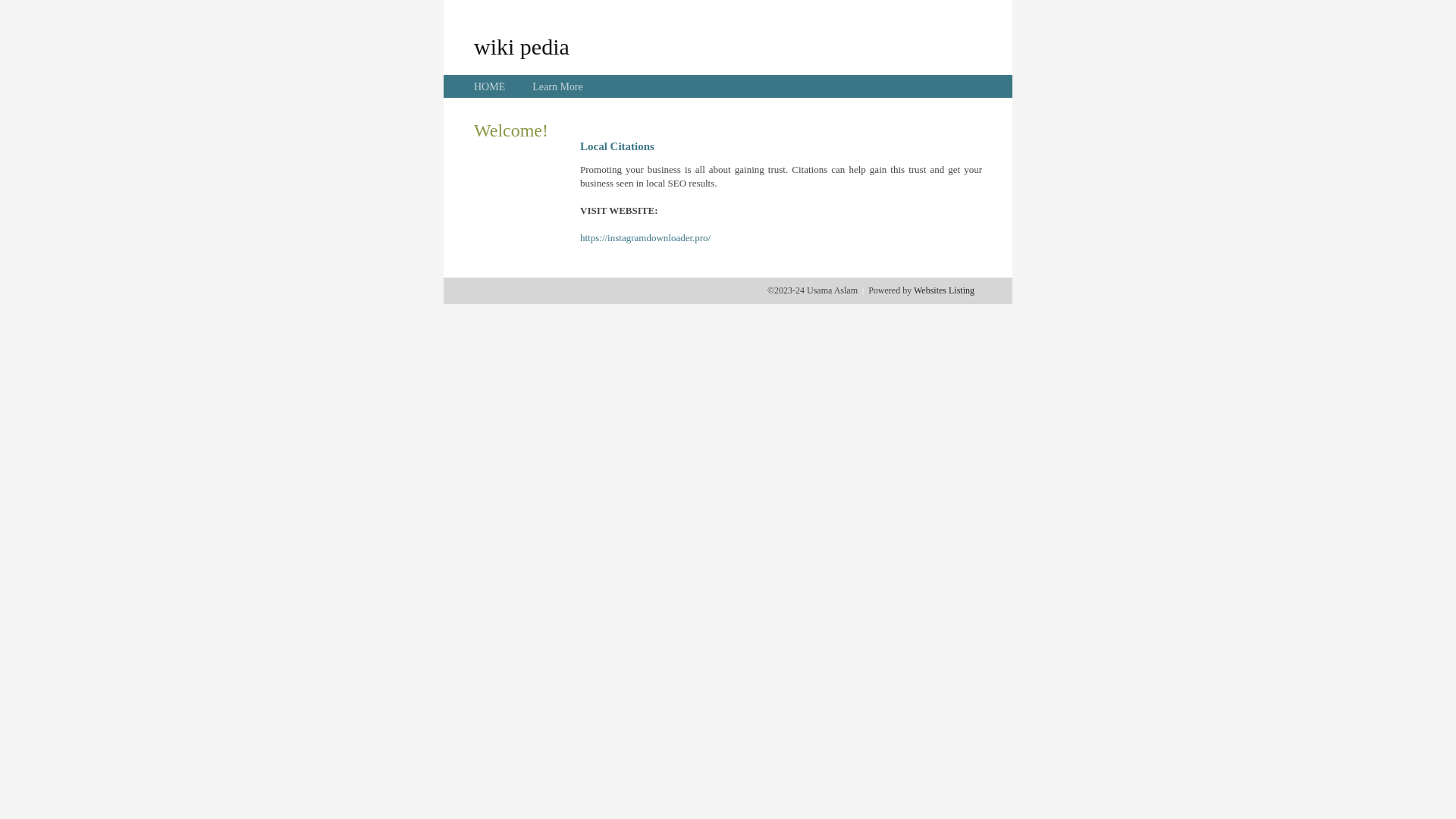 The width and height of the screenshot is (1456, 819). I want to click on 'wiki pedia', so click(521, 45).